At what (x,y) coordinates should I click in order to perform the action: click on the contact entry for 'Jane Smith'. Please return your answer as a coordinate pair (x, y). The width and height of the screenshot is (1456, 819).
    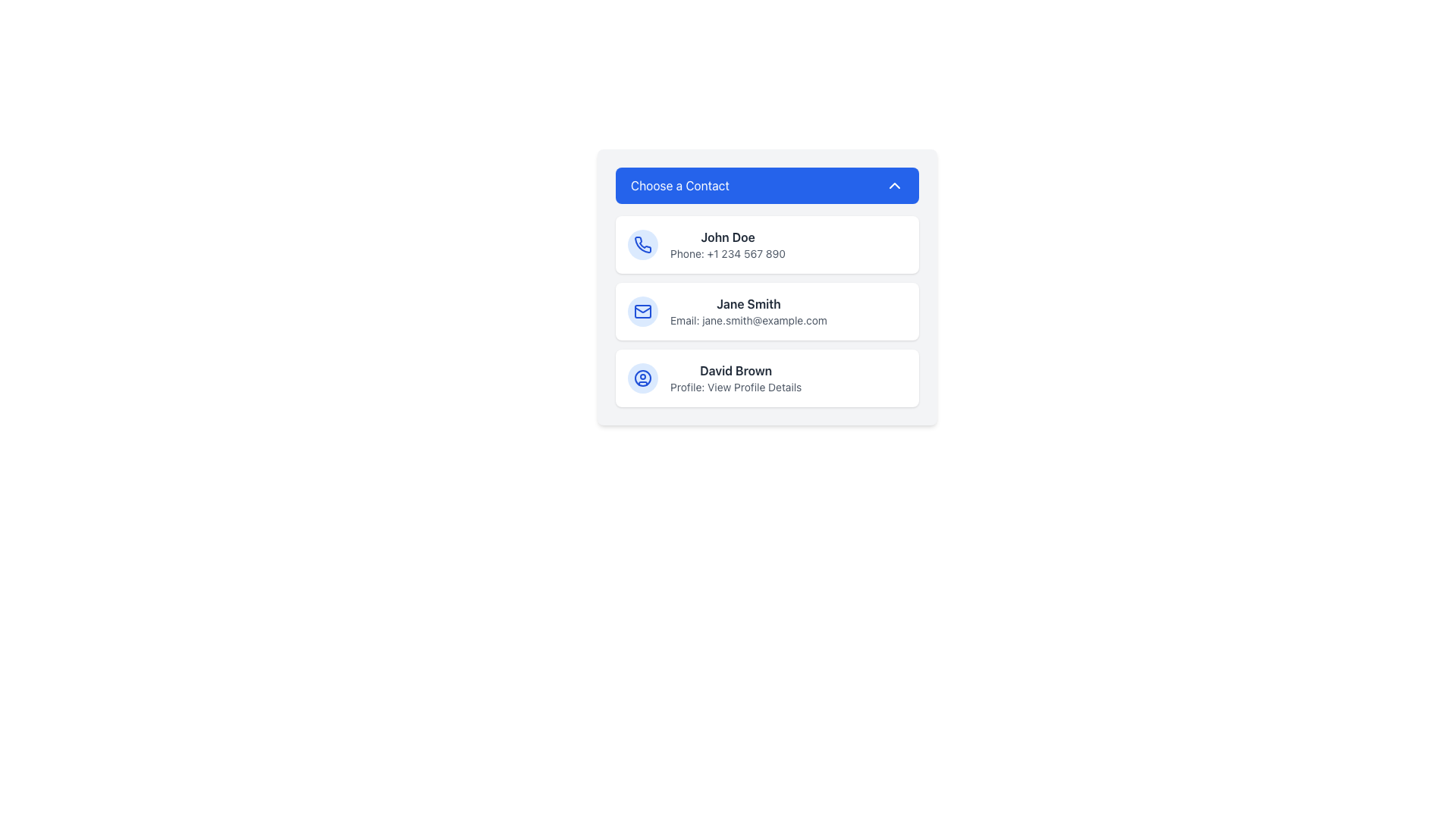
    Looking at the image, I should click on (767, 311).